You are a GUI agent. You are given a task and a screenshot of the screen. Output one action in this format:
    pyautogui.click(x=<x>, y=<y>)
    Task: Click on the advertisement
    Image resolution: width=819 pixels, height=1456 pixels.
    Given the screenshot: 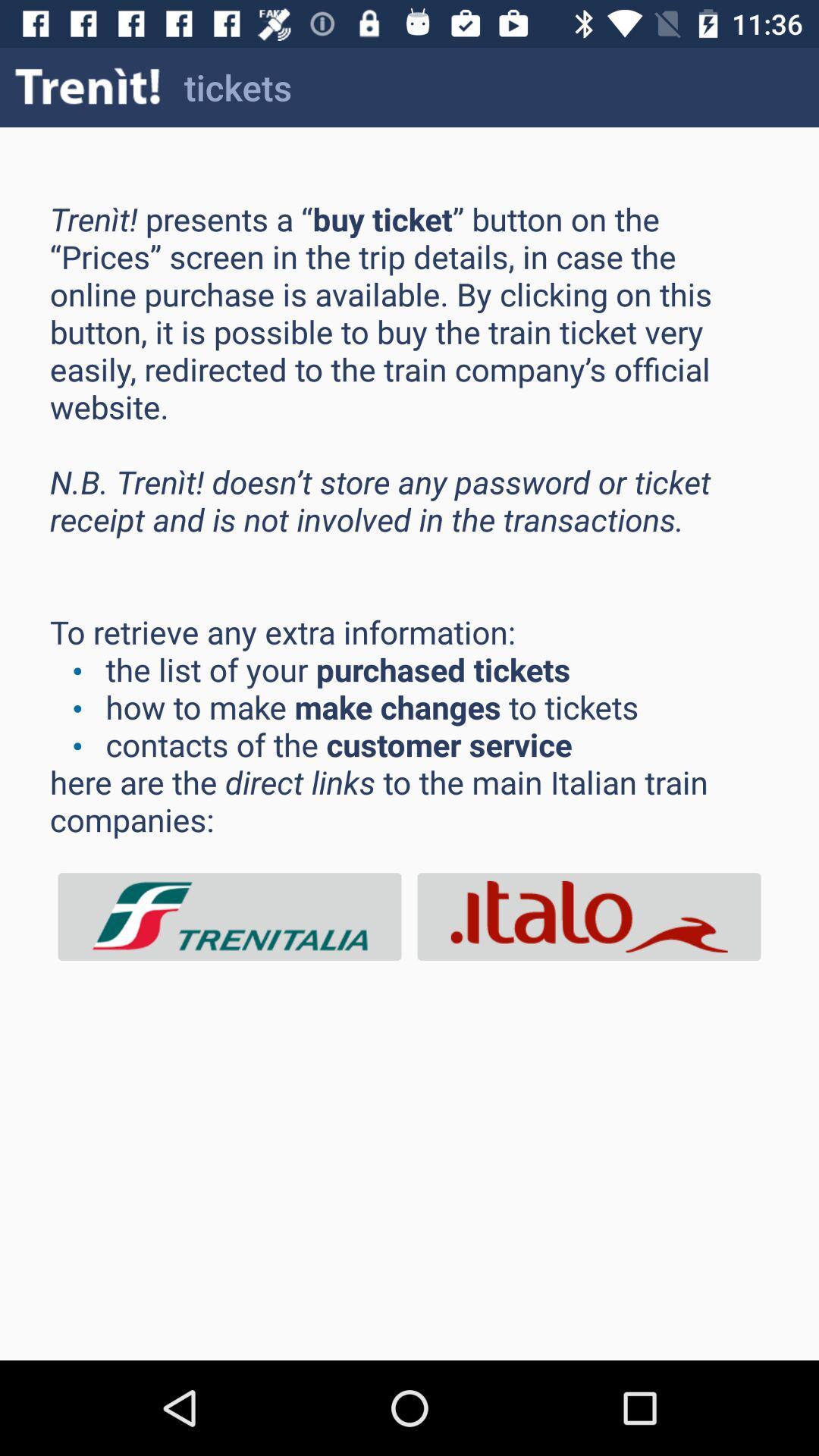 What is the action you would take?
    pyautogui.click(x=588, y=916)
    